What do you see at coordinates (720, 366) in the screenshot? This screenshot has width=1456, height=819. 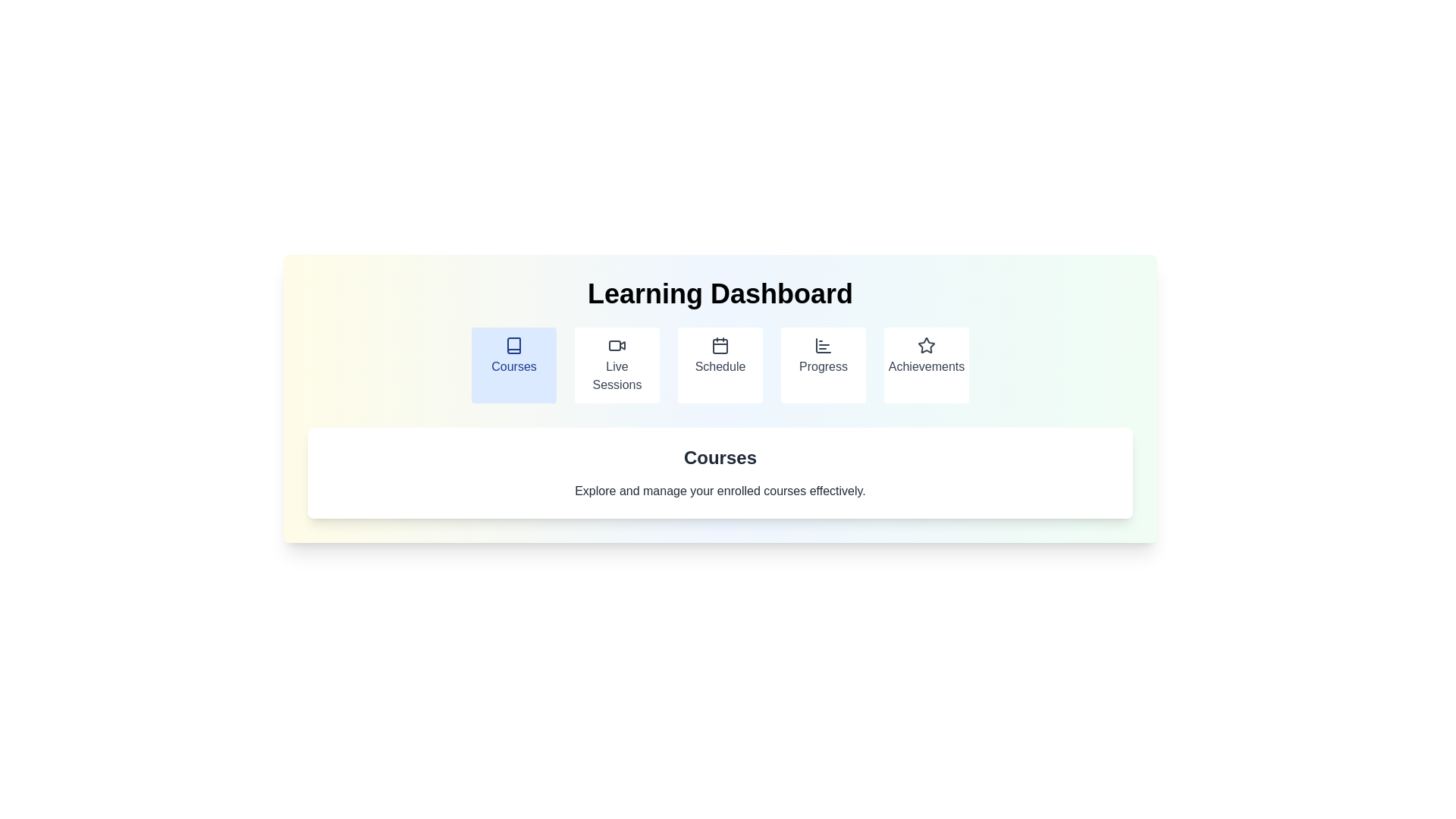 I see `the 'Schedule' button, which is the third button from the left in a row of five buttons under the 'Learning Dashboard' heading` at bounding box center [720, 366].